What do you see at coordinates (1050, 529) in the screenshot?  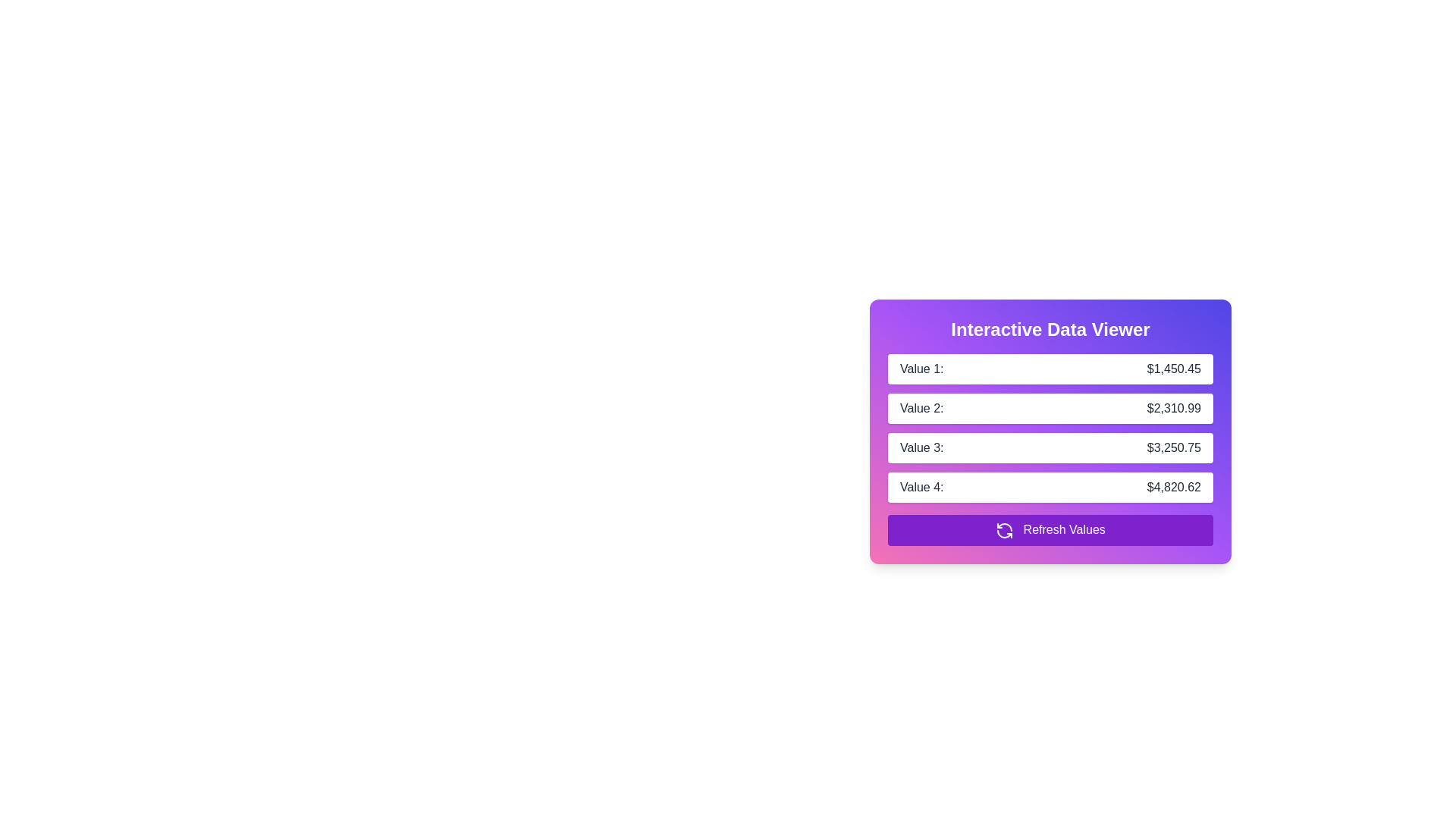 I see `the purple 'Refresh Values' button located at the bottom of the panel to observe the hover effect` at bounding box center [1050, 529].